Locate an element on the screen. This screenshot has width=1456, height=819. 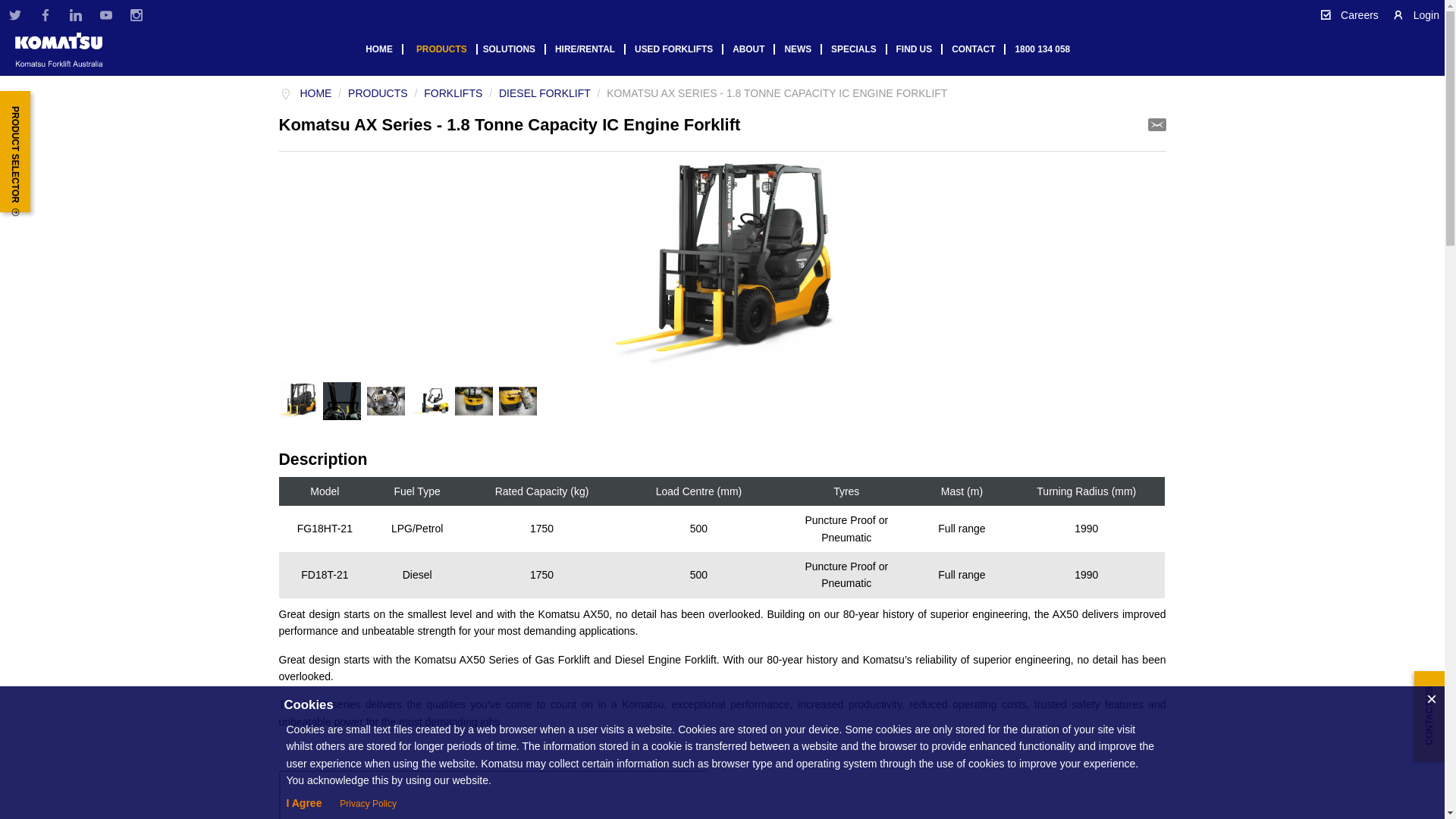
'1800 134 058' is located at coordinates (1046, 49).